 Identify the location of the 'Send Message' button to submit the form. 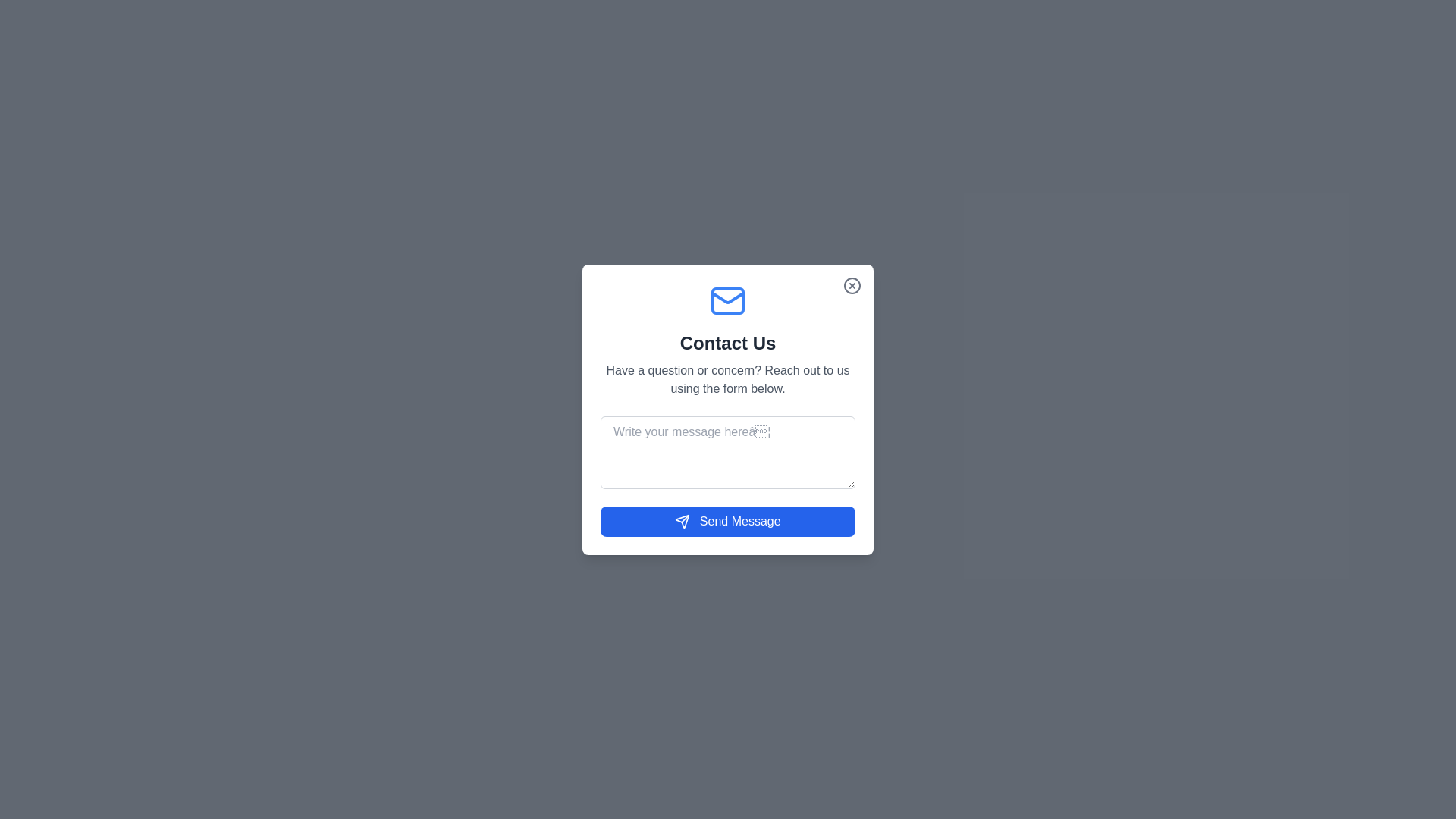
(728, 520).